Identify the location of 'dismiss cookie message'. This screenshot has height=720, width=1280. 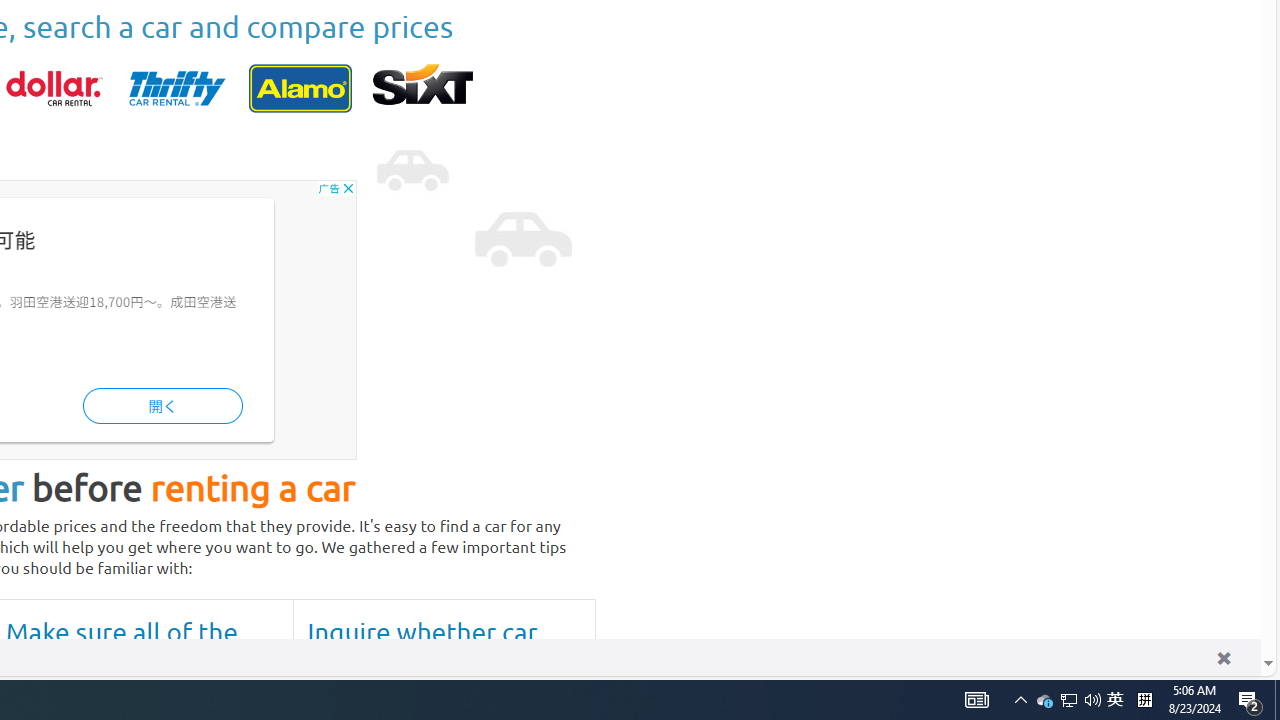
(1222, 657).